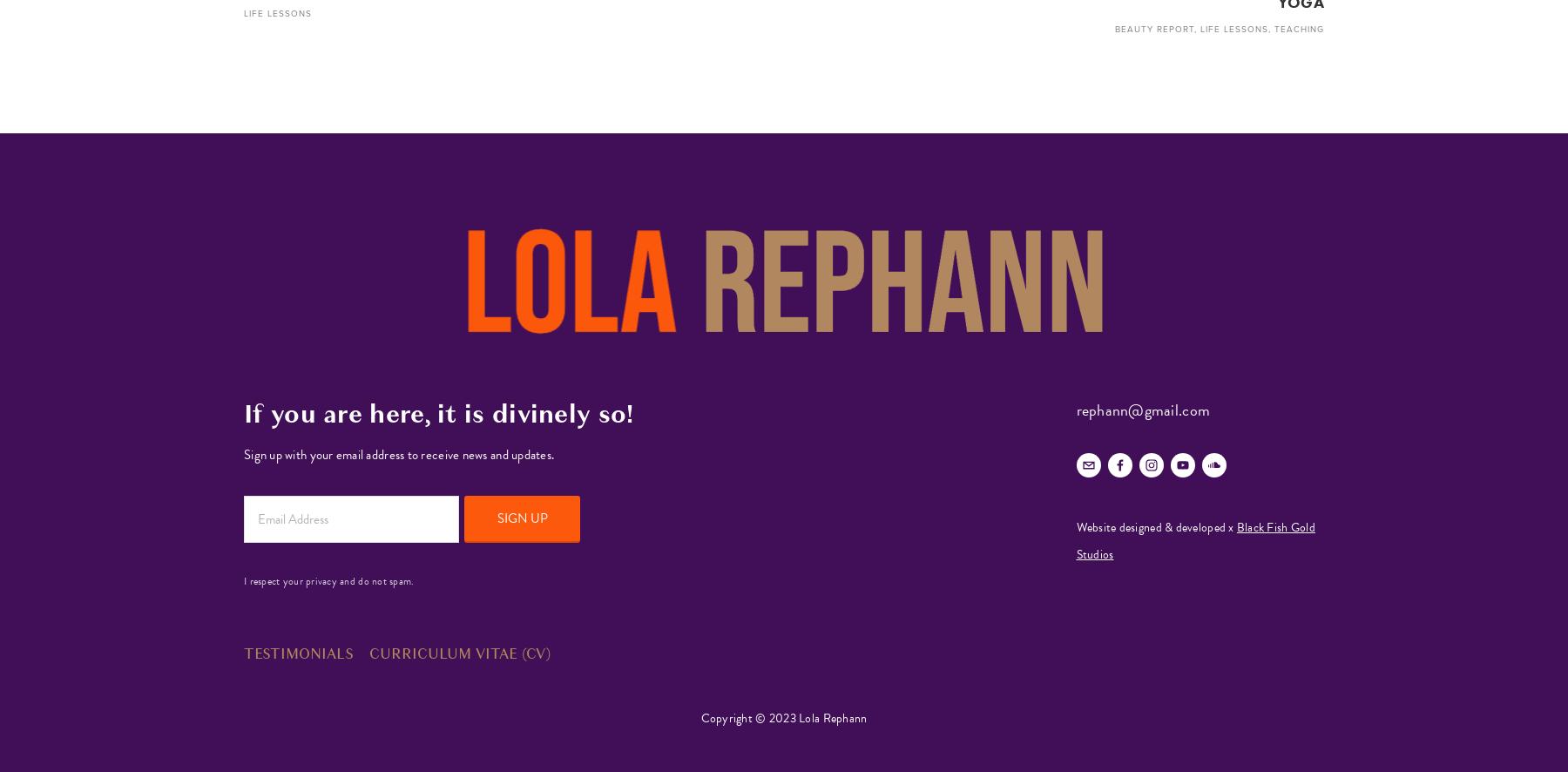 Image resolution: width=1568 pixels, height=772 pixels. What do you see at coordinates (1143, 409) in the screenshot?
I see `'rephann@gmail.com'` at bounding box center [1143, 409].